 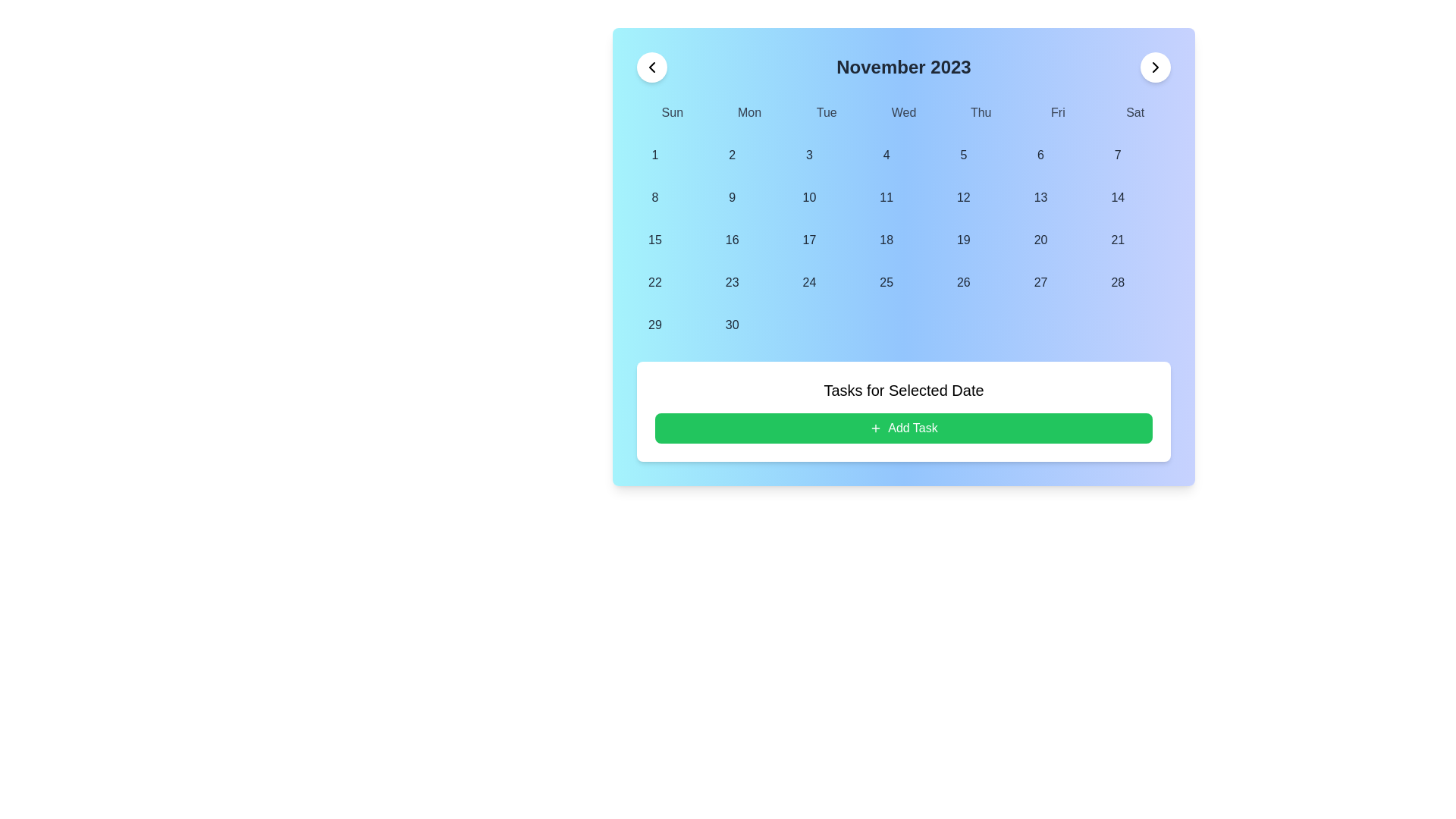 I want to click on the label displaying 'Thu' in the calendar interface, which is the fifth item in a horizontal grid of days of the week, so click(x=981, y=112).